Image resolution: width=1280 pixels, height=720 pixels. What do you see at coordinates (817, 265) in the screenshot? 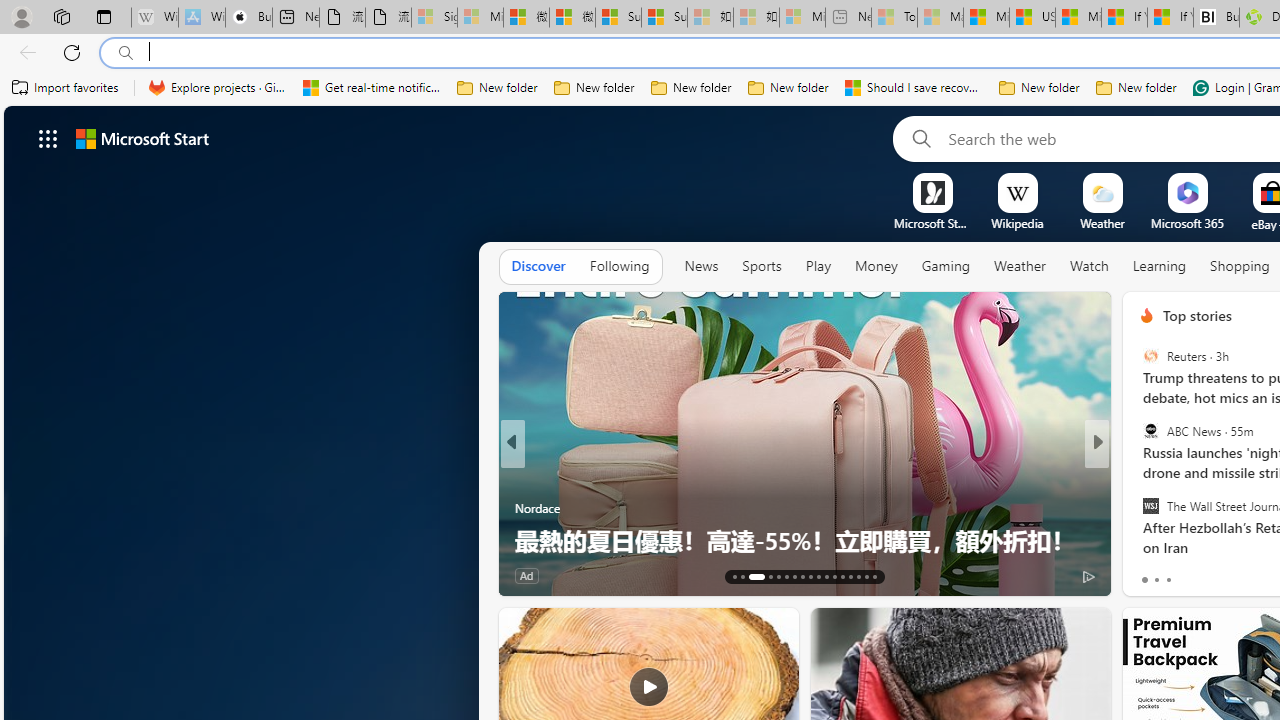
I see `'Play'` at bounding box center [817, 265].